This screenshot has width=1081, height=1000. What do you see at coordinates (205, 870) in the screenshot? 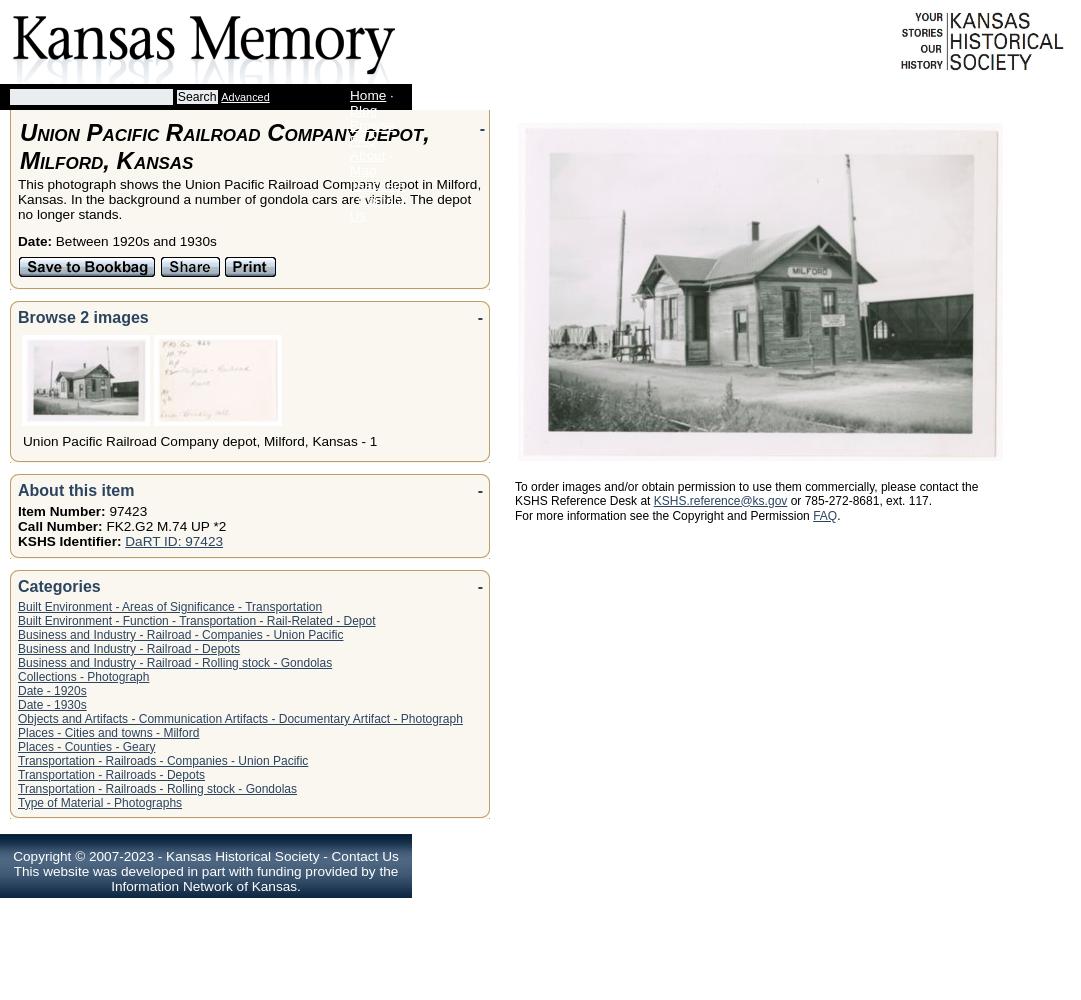
I see `'This website was developed in part with funding provided by the'` at bounding box center [205, 870].